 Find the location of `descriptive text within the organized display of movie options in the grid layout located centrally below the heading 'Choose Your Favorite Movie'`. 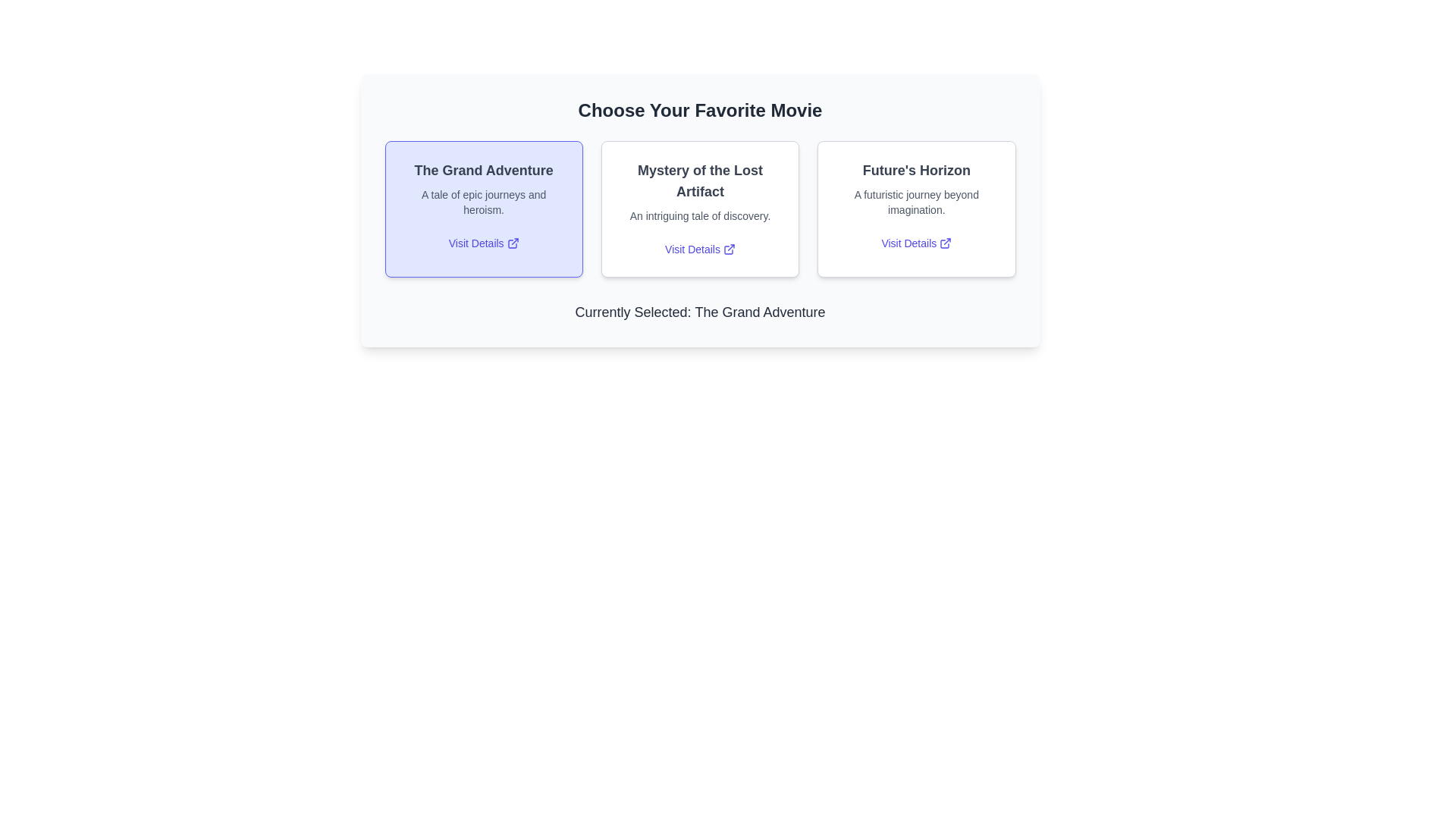

descriptive text within the organized display of movie options in the grid layout located centrally below the heading 'Choose Your Favorite Movie' is located at coordinates (699, 209).